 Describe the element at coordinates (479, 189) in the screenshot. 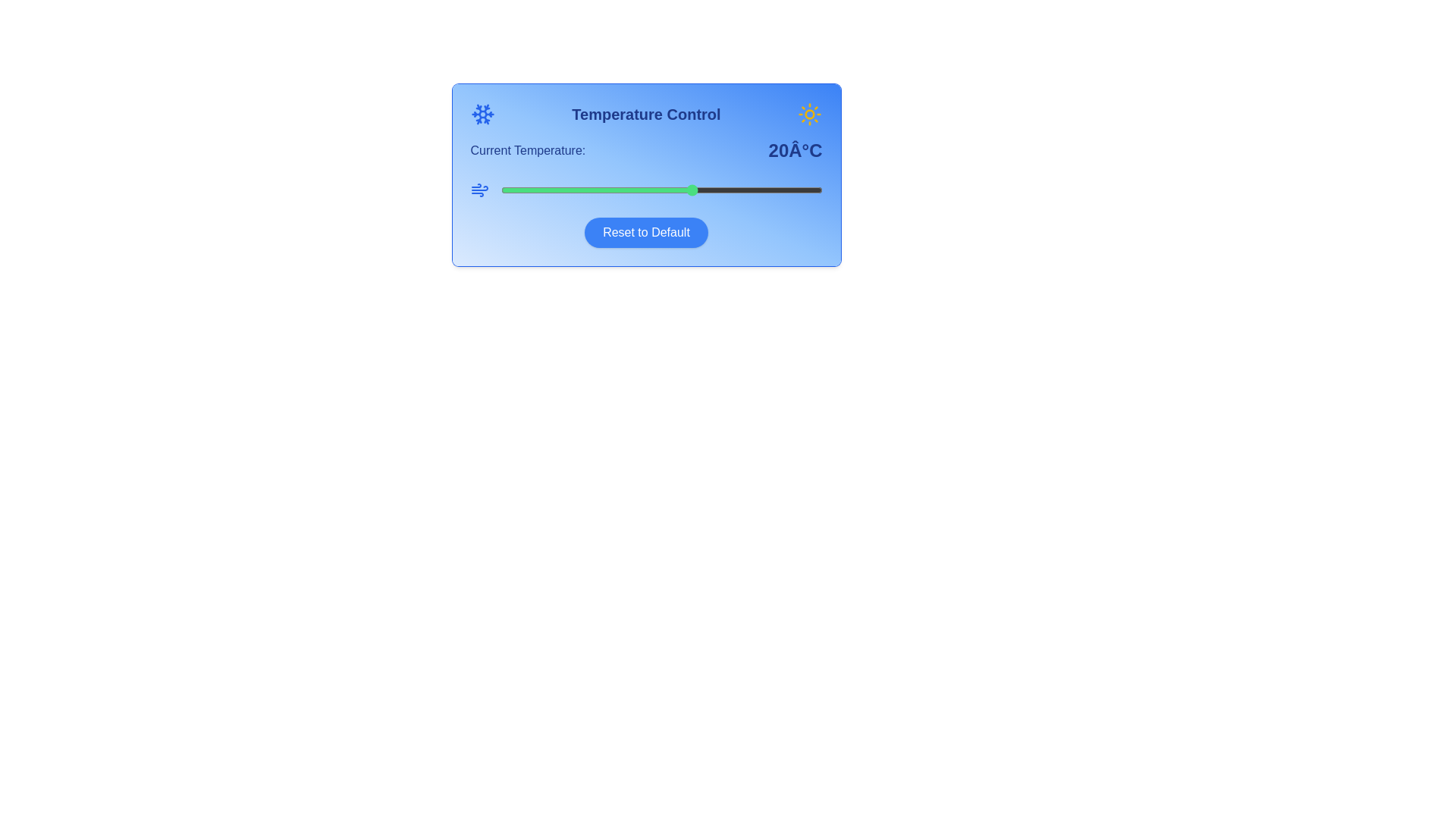

I see `the wind icon located to the left of the 'Current Temperature' text in the temperature control interface, which serves as a decorative symbol for air movement` at that location.